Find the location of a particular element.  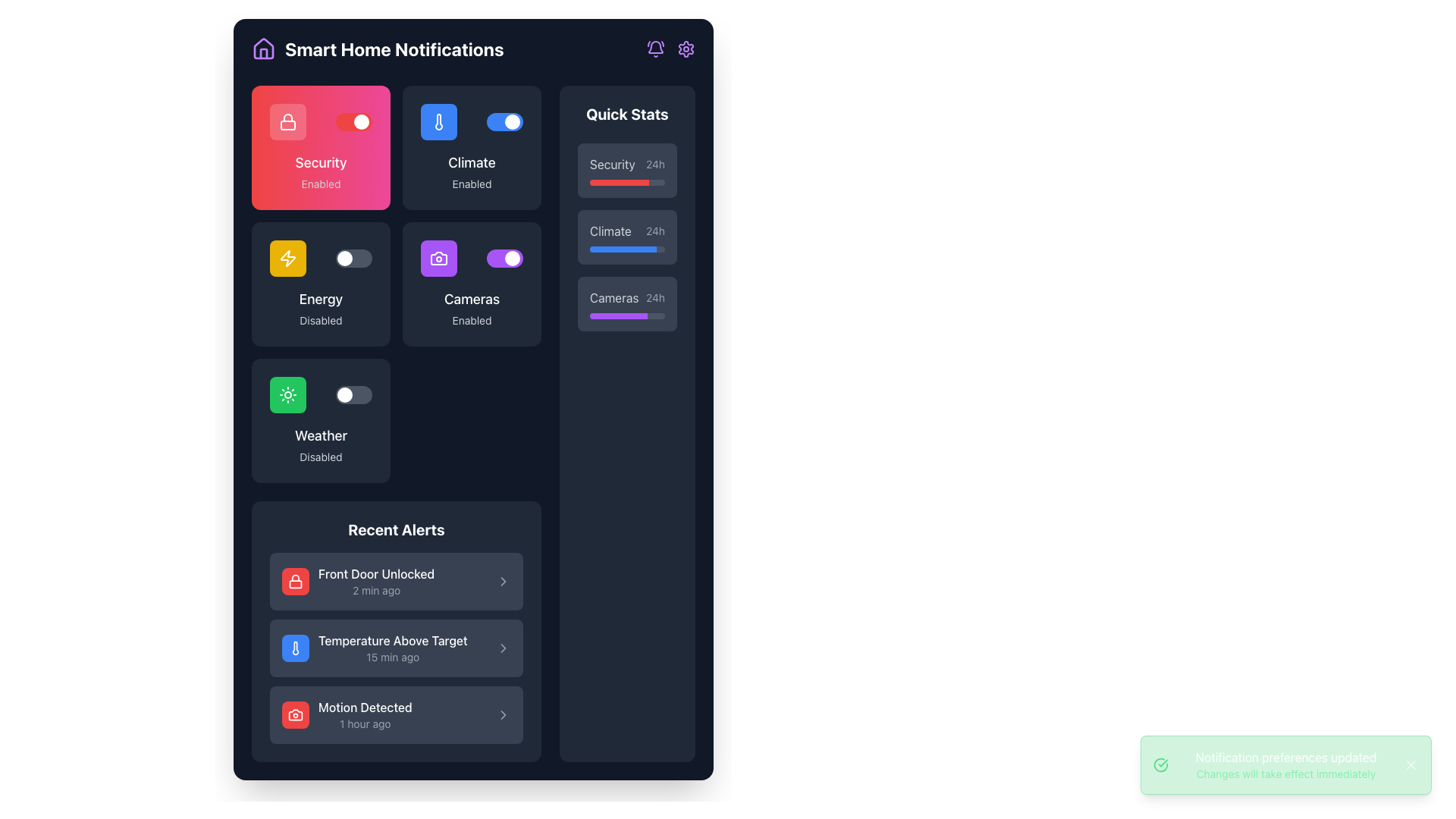

the text label that reads 'Weather', which is displayed in medium white font on a dark background, centered below the green toggle button icon with a sun symbol is located at coordinates (320, 435).